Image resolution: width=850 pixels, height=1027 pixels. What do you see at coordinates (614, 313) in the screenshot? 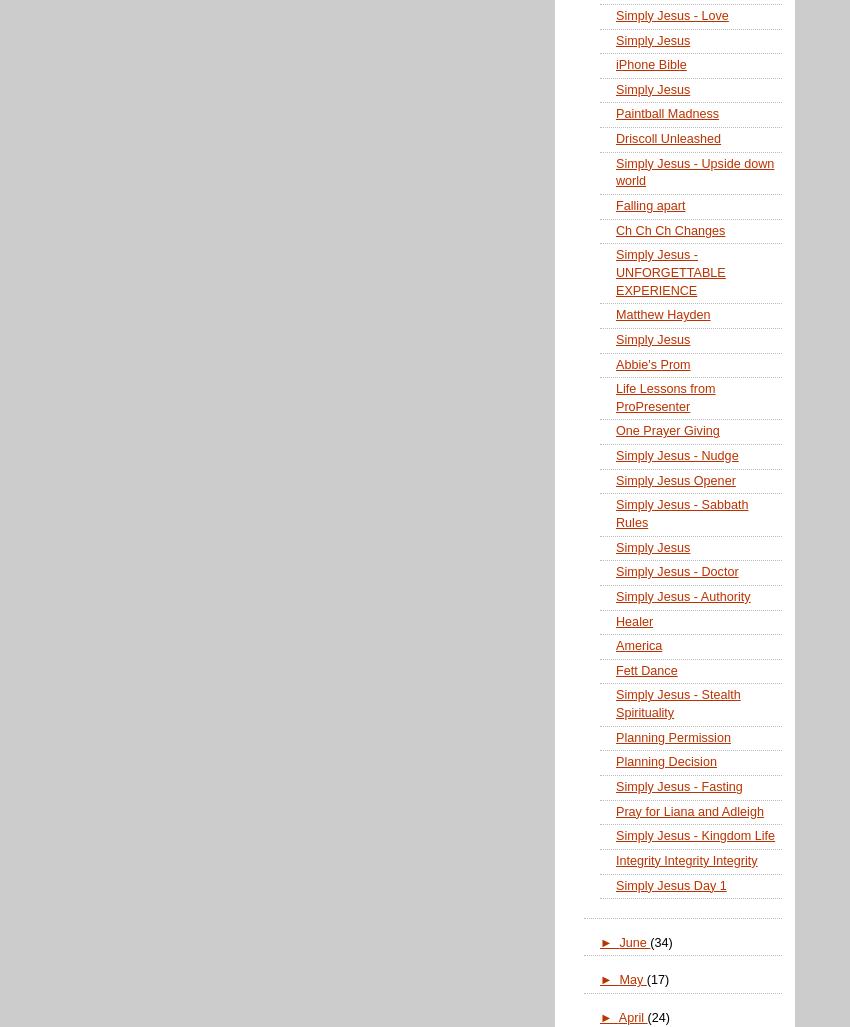
I see `'Matthew Hayden'` at bounding box center [614, 313].